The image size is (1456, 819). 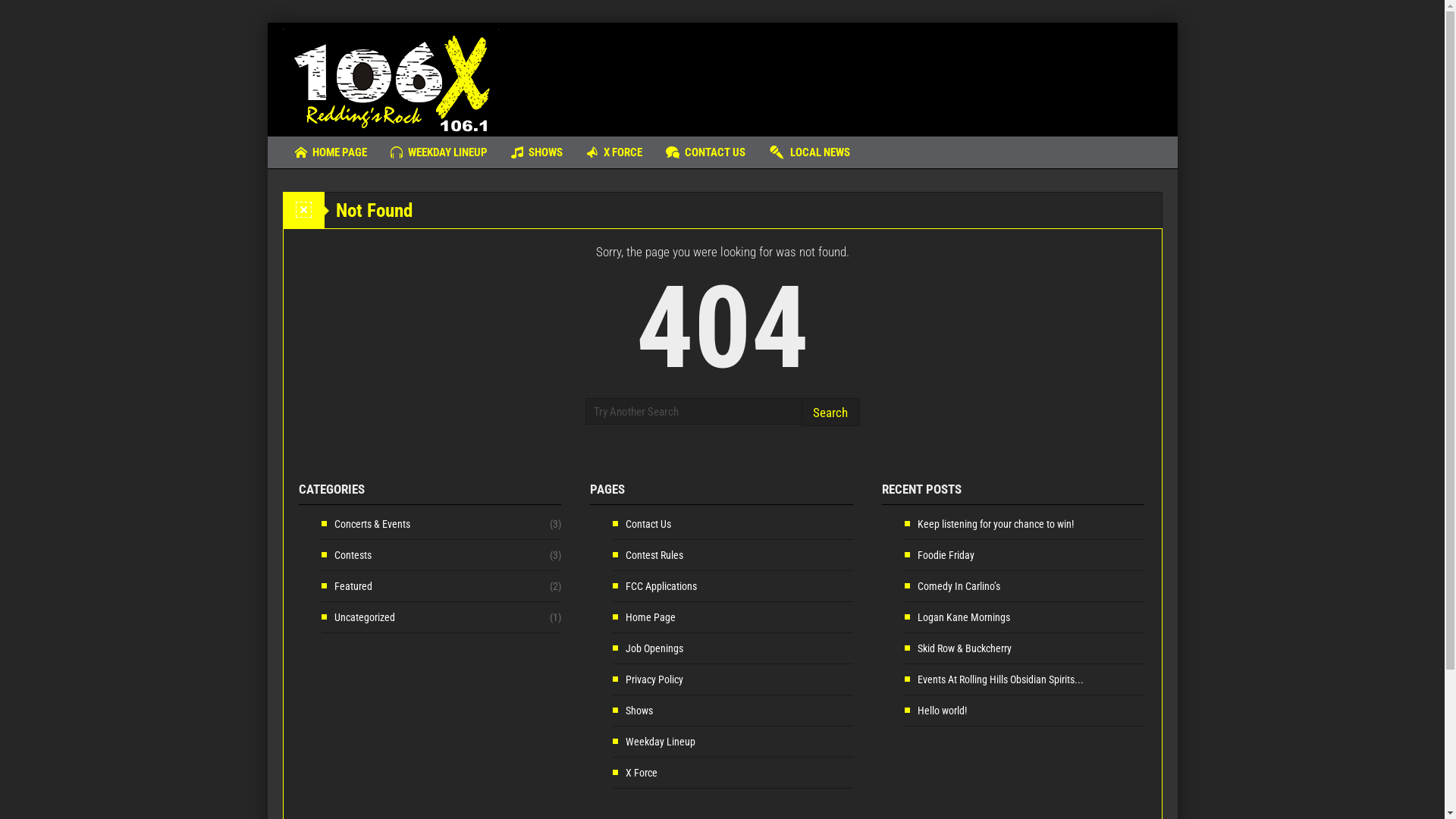 I want to click on 'Foodie Friday', so click(x=938, y=555).